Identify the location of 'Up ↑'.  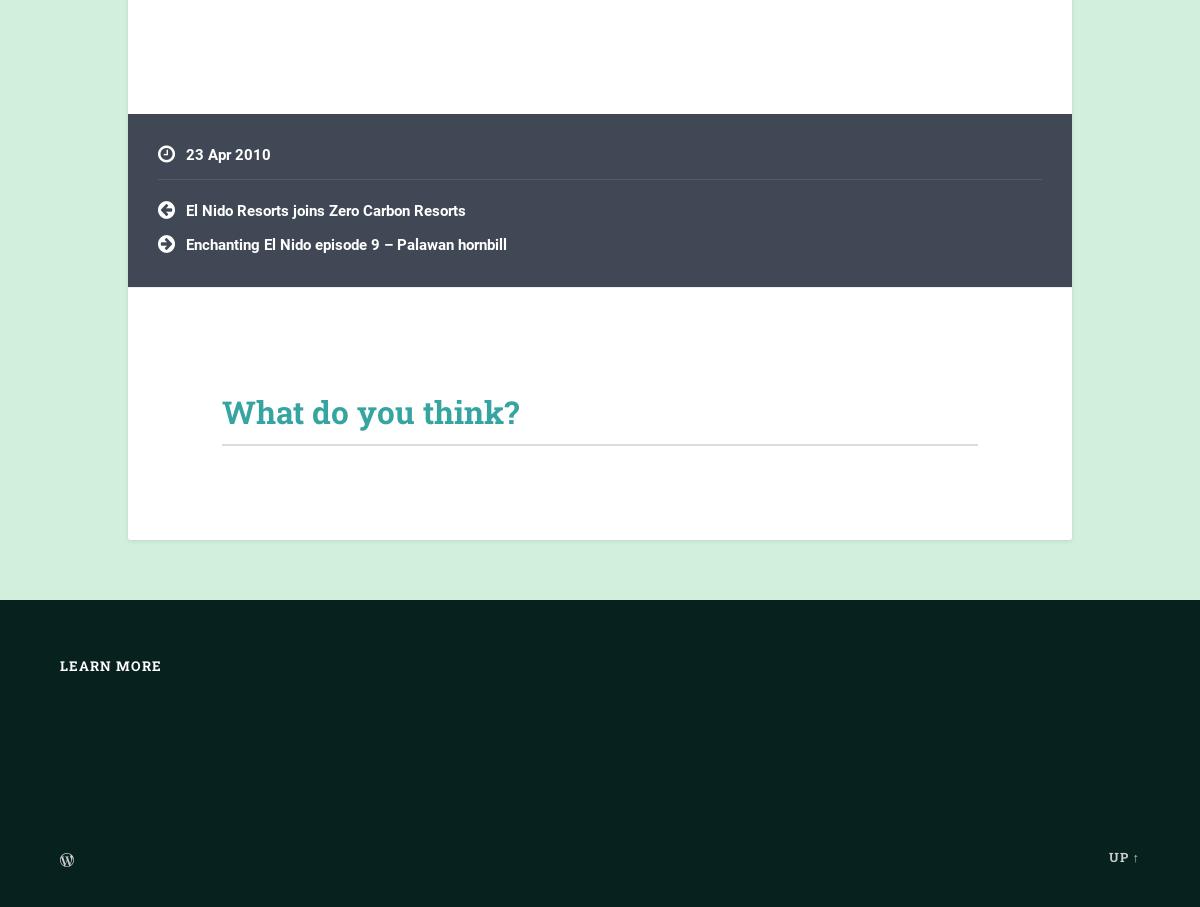
(1106, 856).